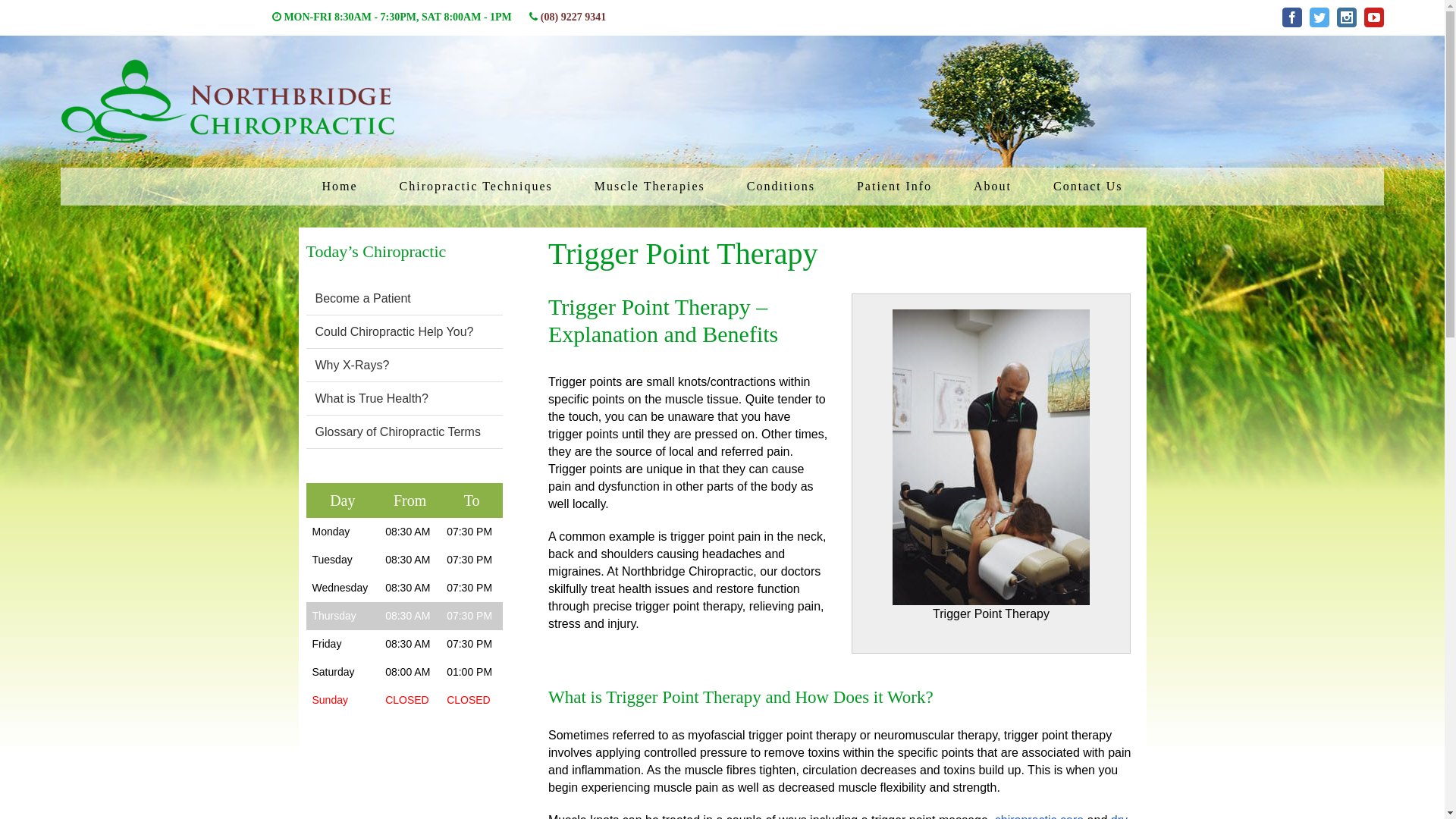 This screenshot has width=1456, height=819. I want to click on 'Muscle Therapies', so click(650, 186).